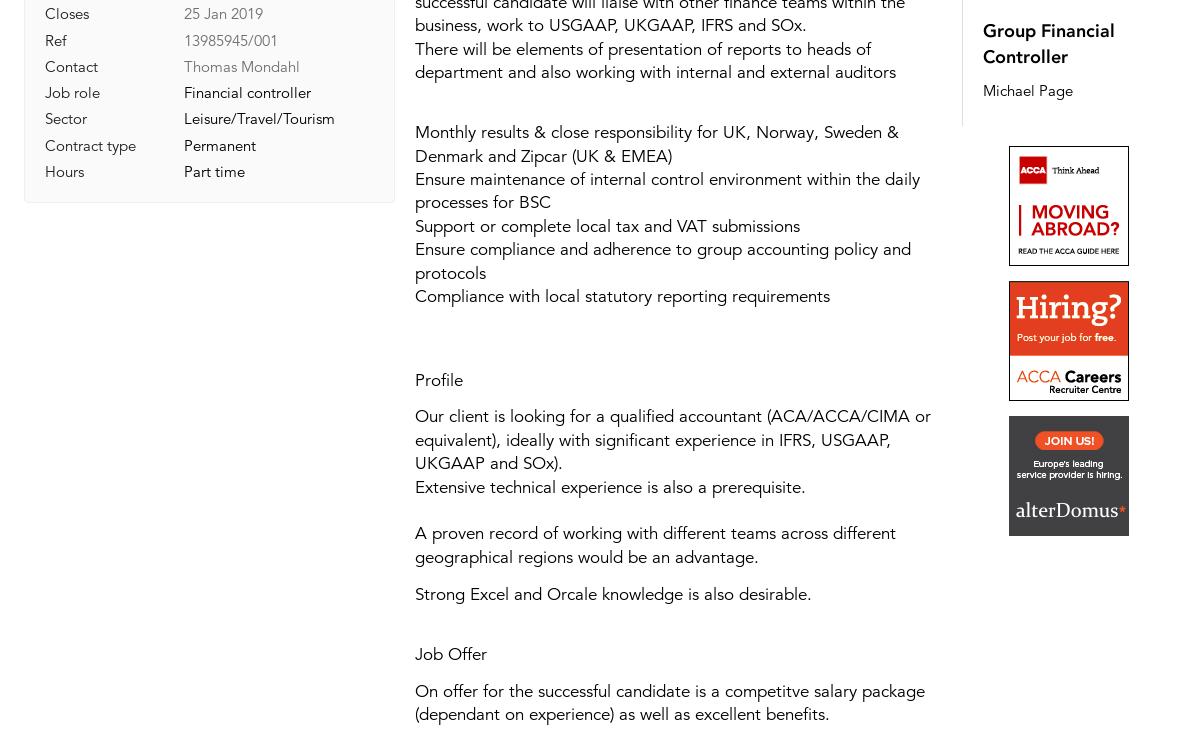 This screenshot has width=1200, height=743. What do you see at coordinates (213, 169) in the screenshot?
I see `'Part time'` at bounding box center [213, 169].